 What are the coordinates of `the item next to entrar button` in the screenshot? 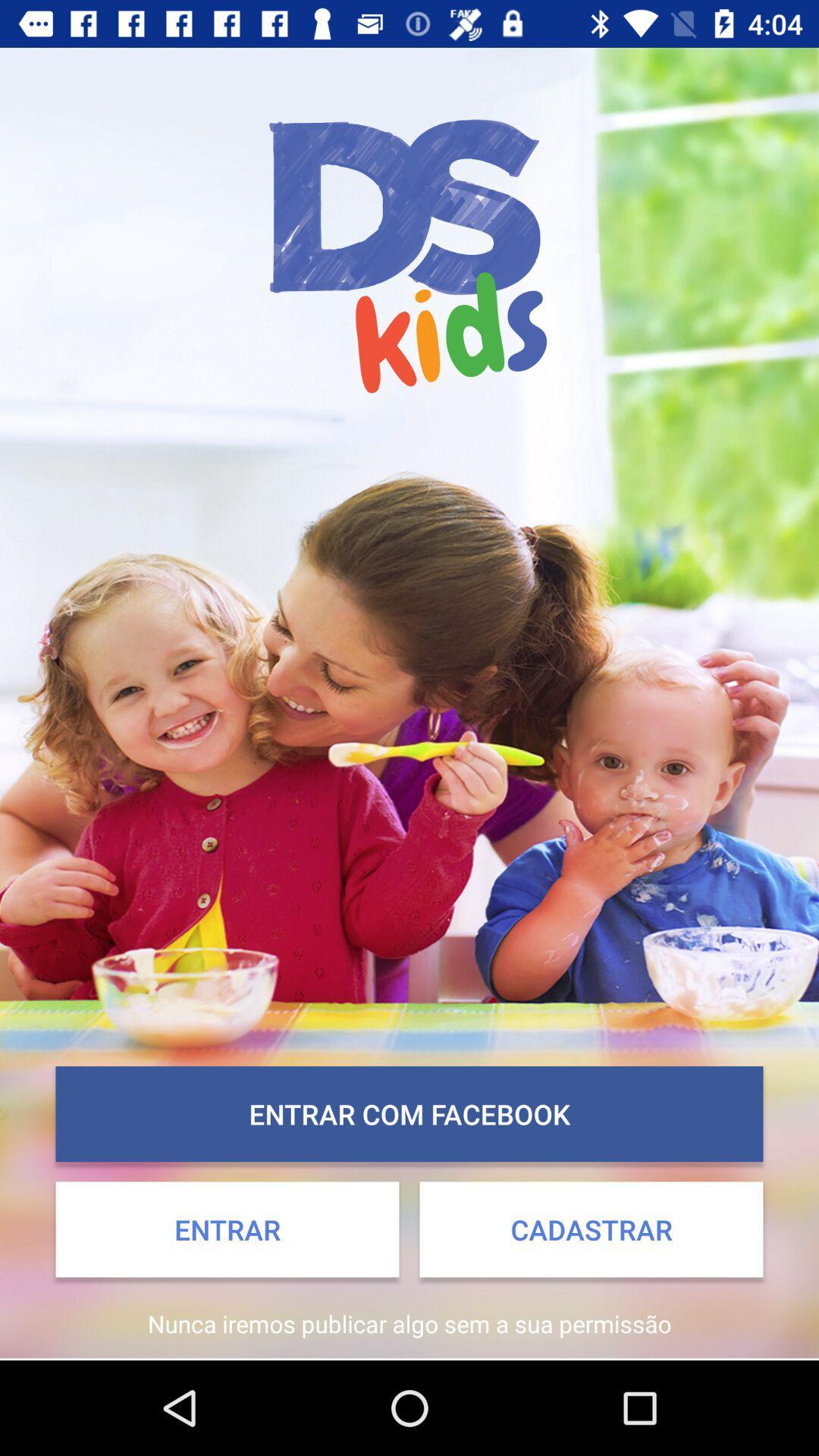 It's located at (590, 1229).